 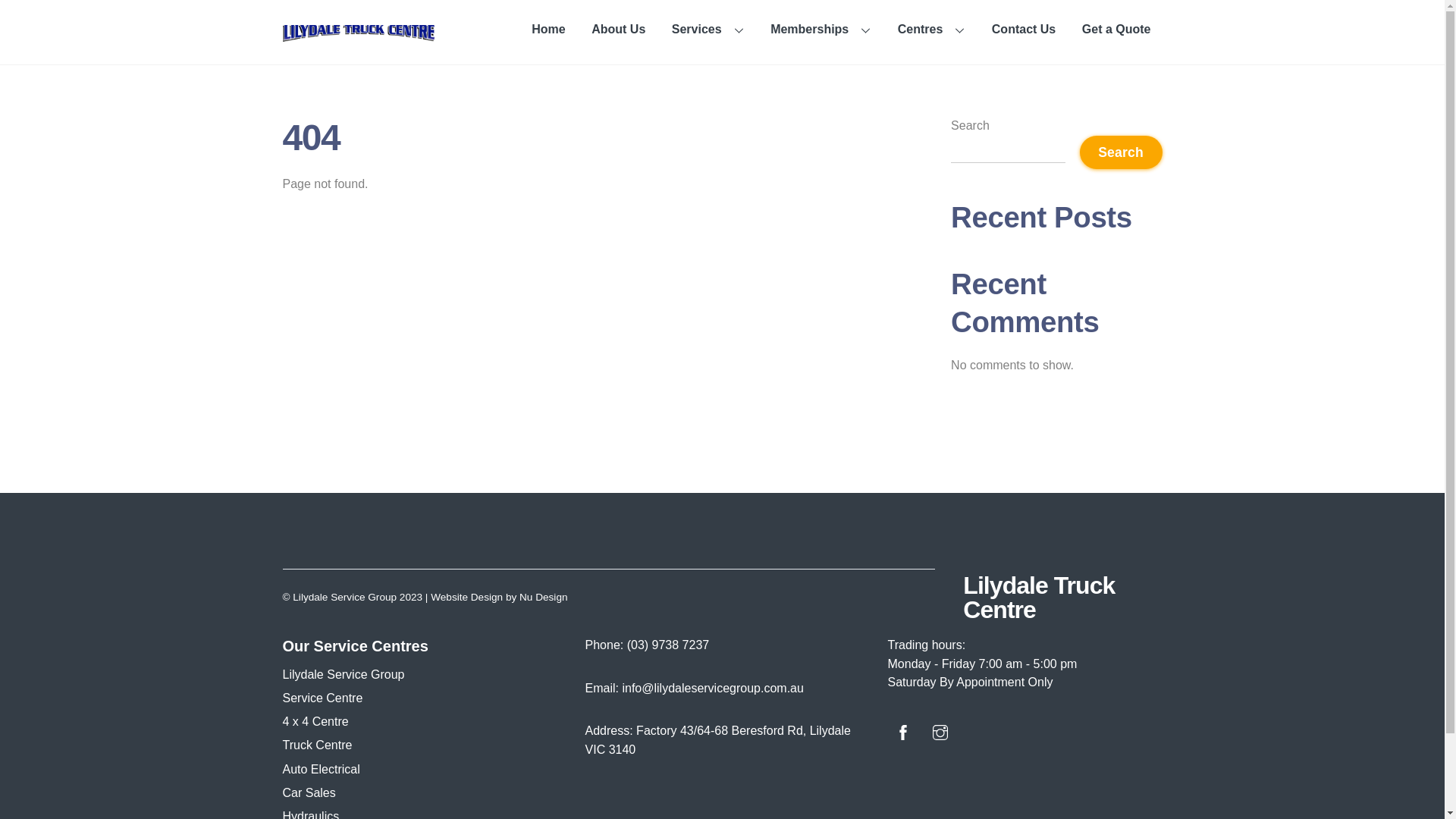 I want to click on 'Lilydale Service Group', so click(x=342, y=673).